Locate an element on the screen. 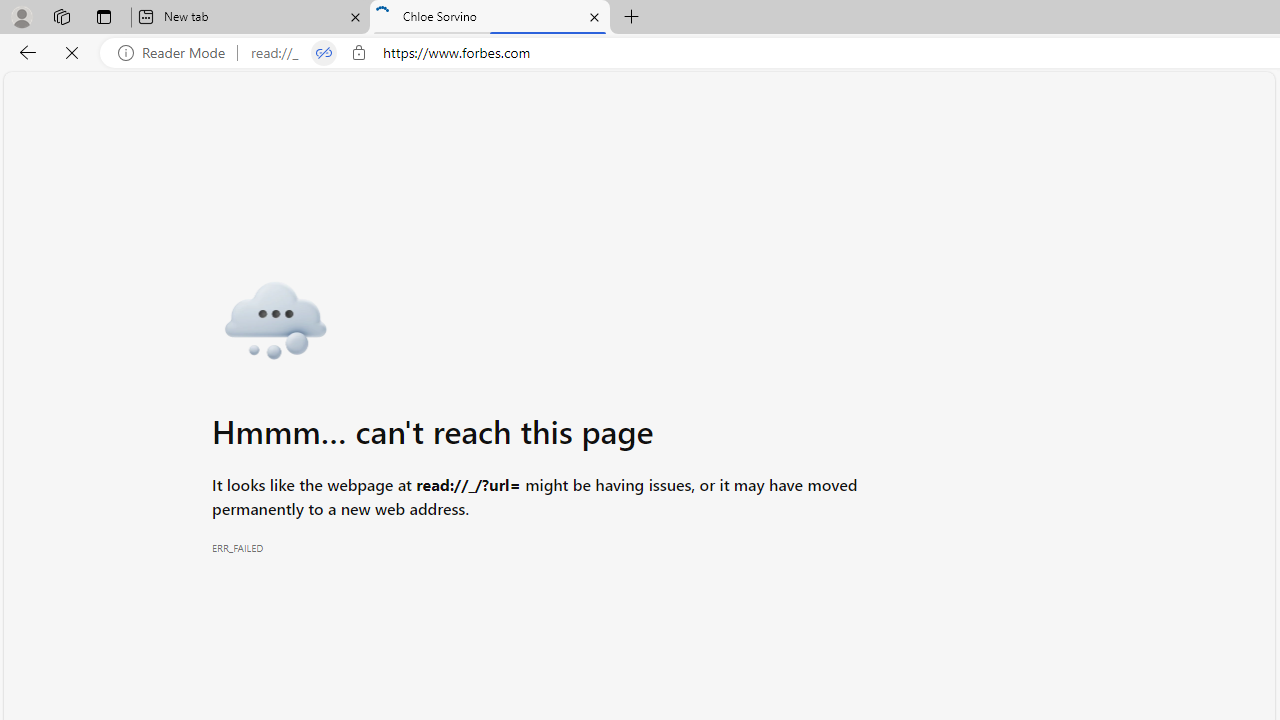 This screenshot has width=1280, height=720. 'Chloe Sorvino' is located at coordinates (490, 17).